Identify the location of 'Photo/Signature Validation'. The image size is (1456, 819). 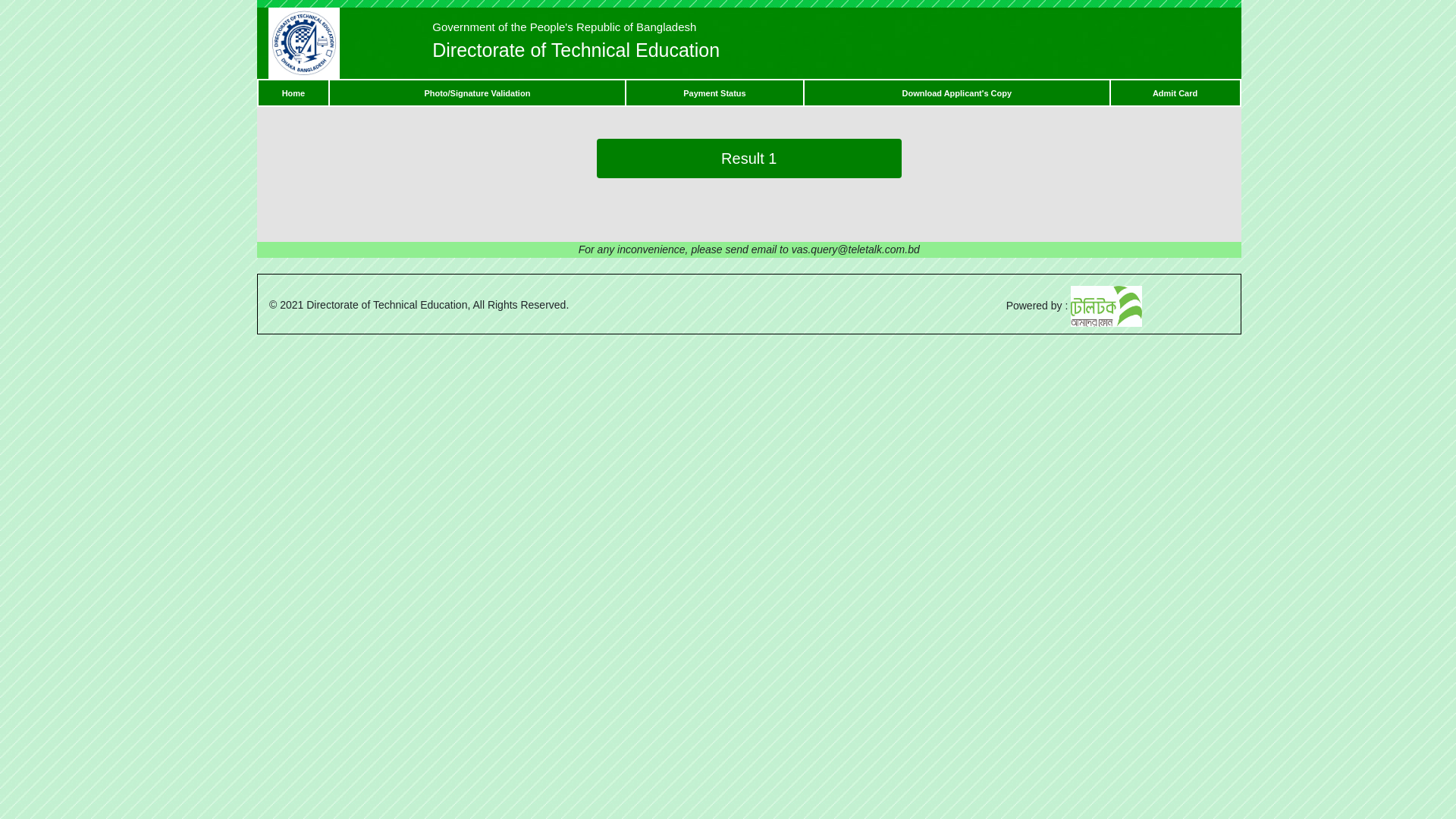
(475, 93).